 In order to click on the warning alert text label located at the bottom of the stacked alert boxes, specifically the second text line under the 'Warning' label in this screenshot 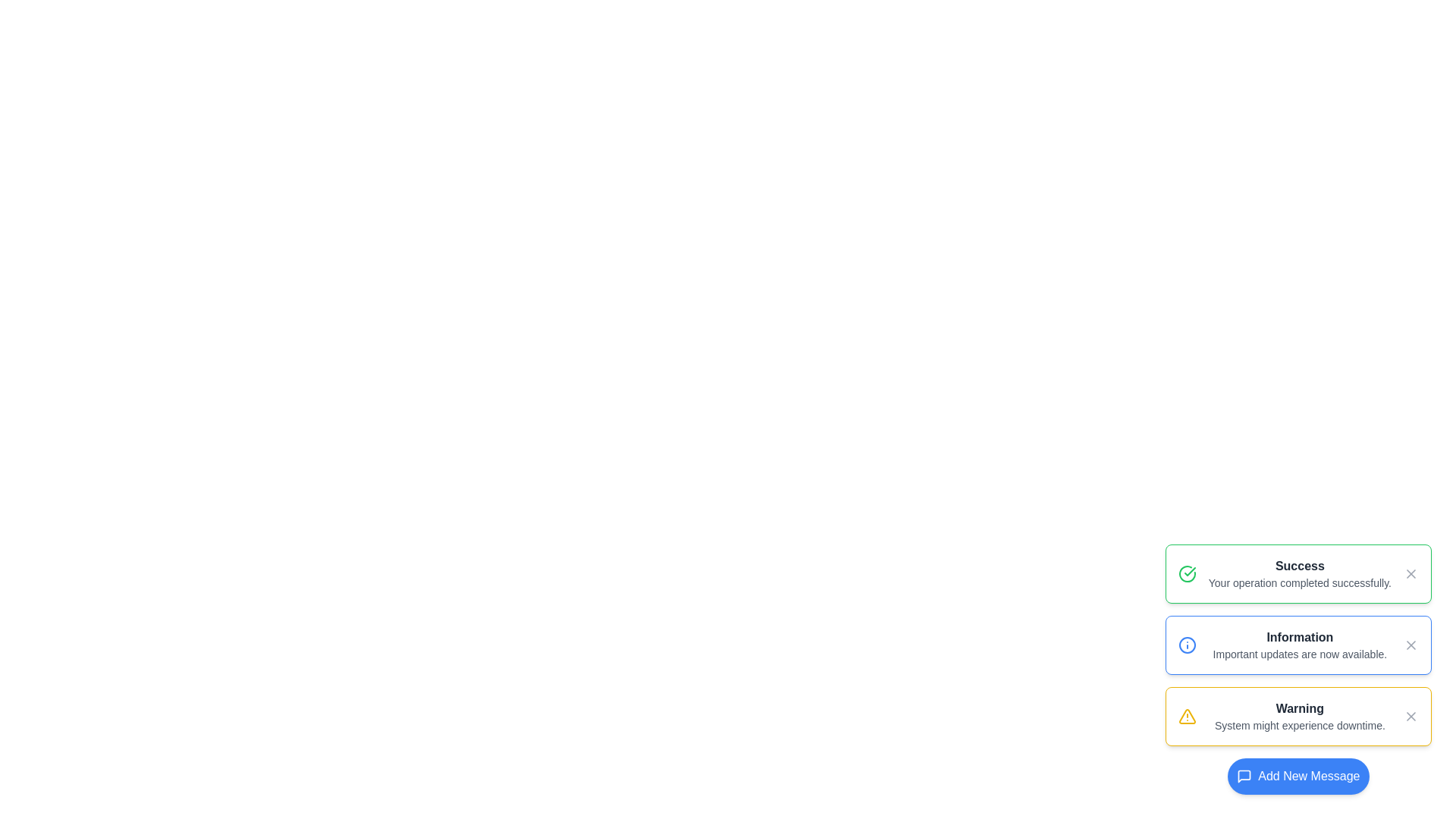, I will do `click(1299, 724)`.